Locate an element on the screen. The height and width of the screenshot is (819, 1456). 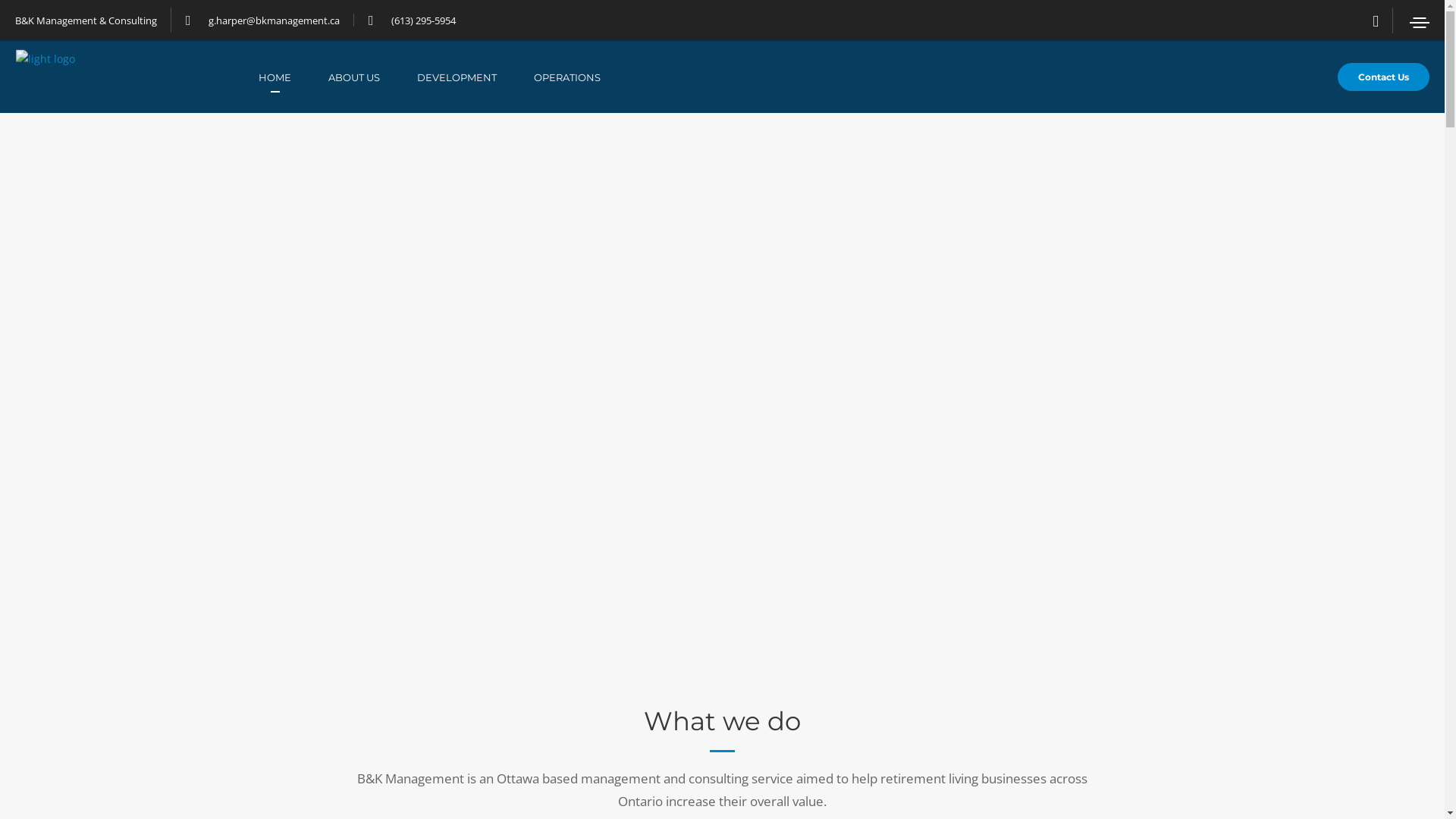
'Contact Us' is located at coordinates (1383, 77).